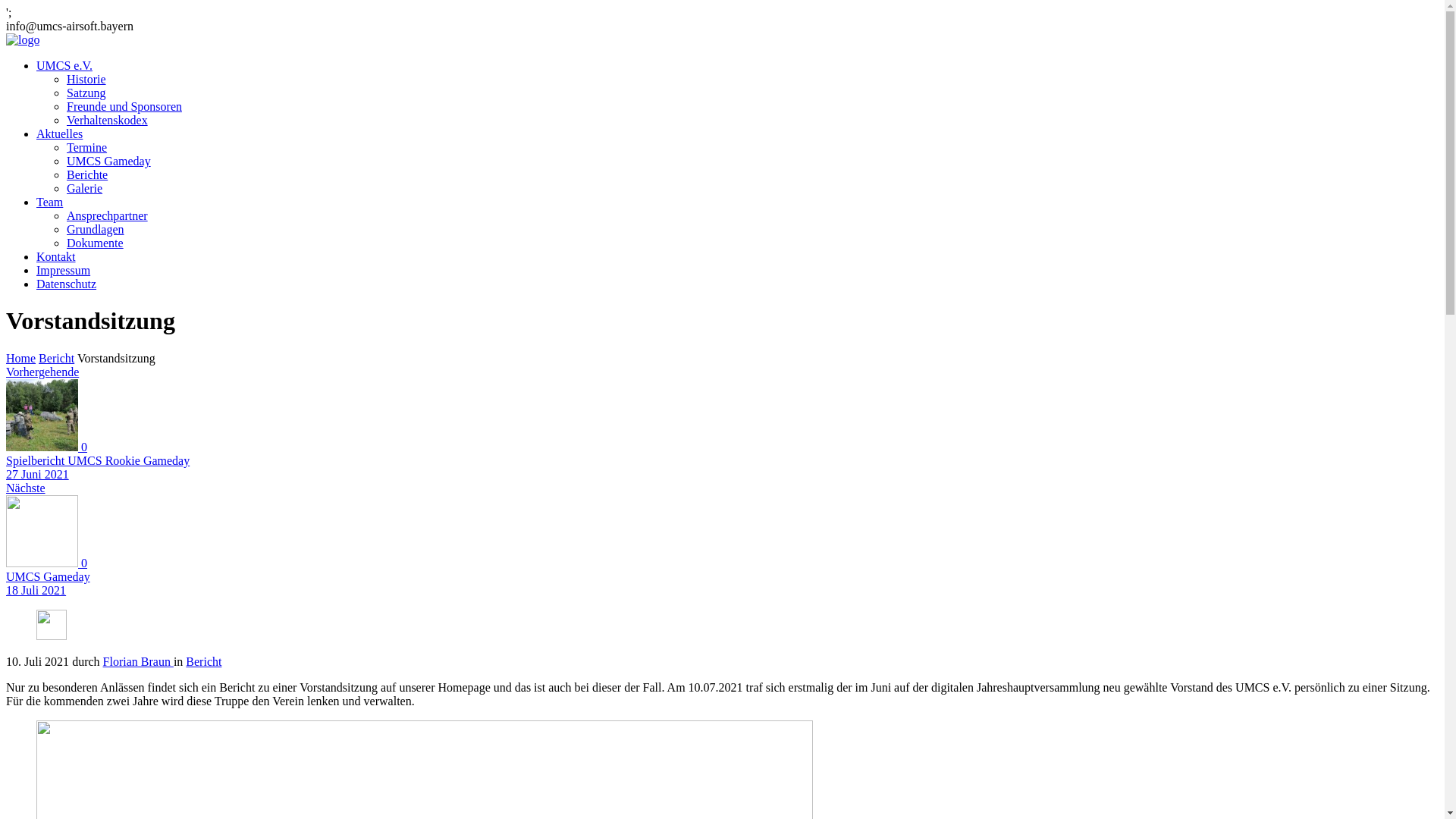 The height and width of the screenshot is (819, 1456). Describe the element at coordinates (56, 358) in the screenshot. I see `'Bericht'` at that location.